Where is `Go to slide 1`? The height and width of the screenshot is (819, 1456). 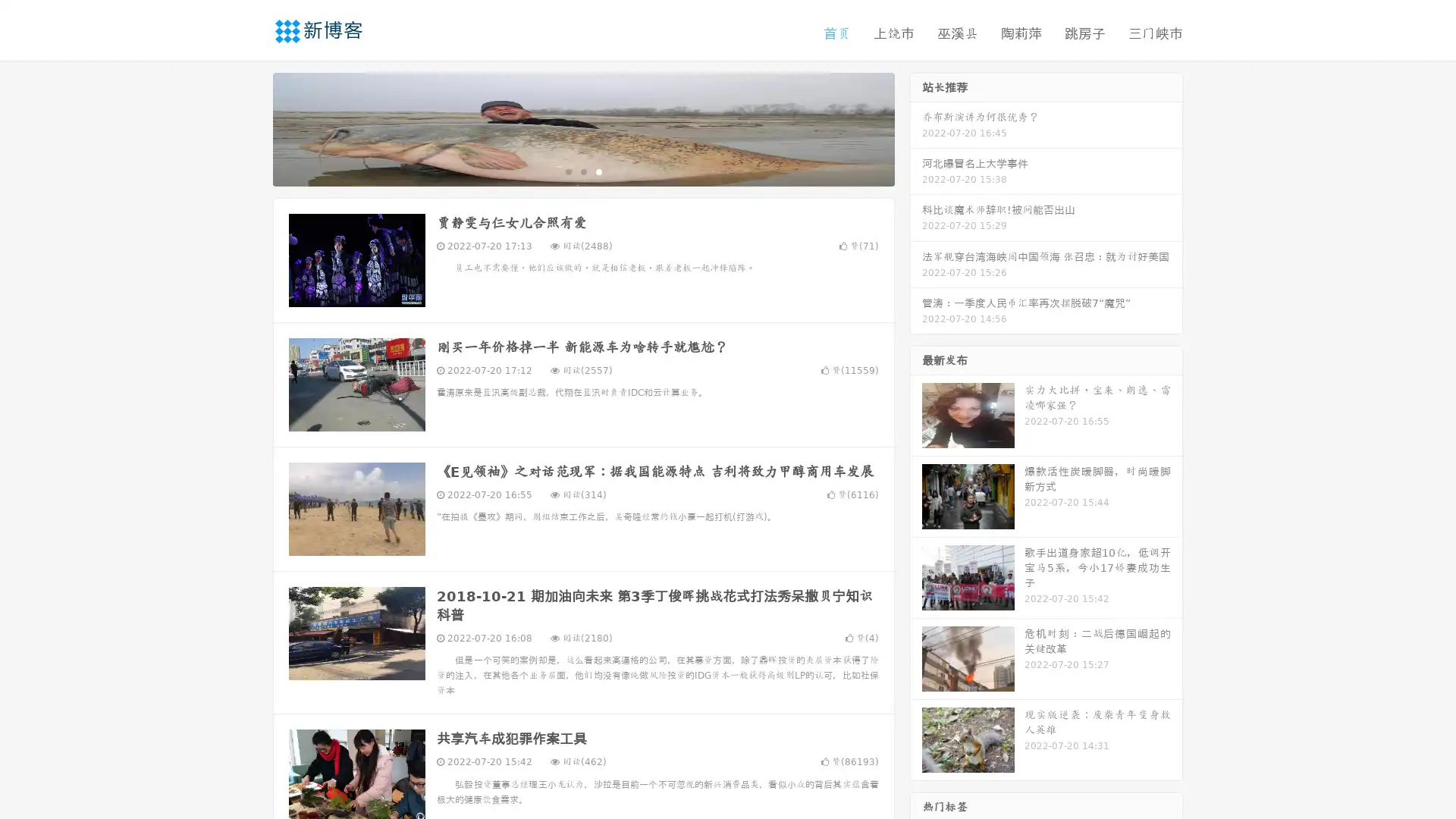
Go to slide 1 is located at coordinates (567, 171).